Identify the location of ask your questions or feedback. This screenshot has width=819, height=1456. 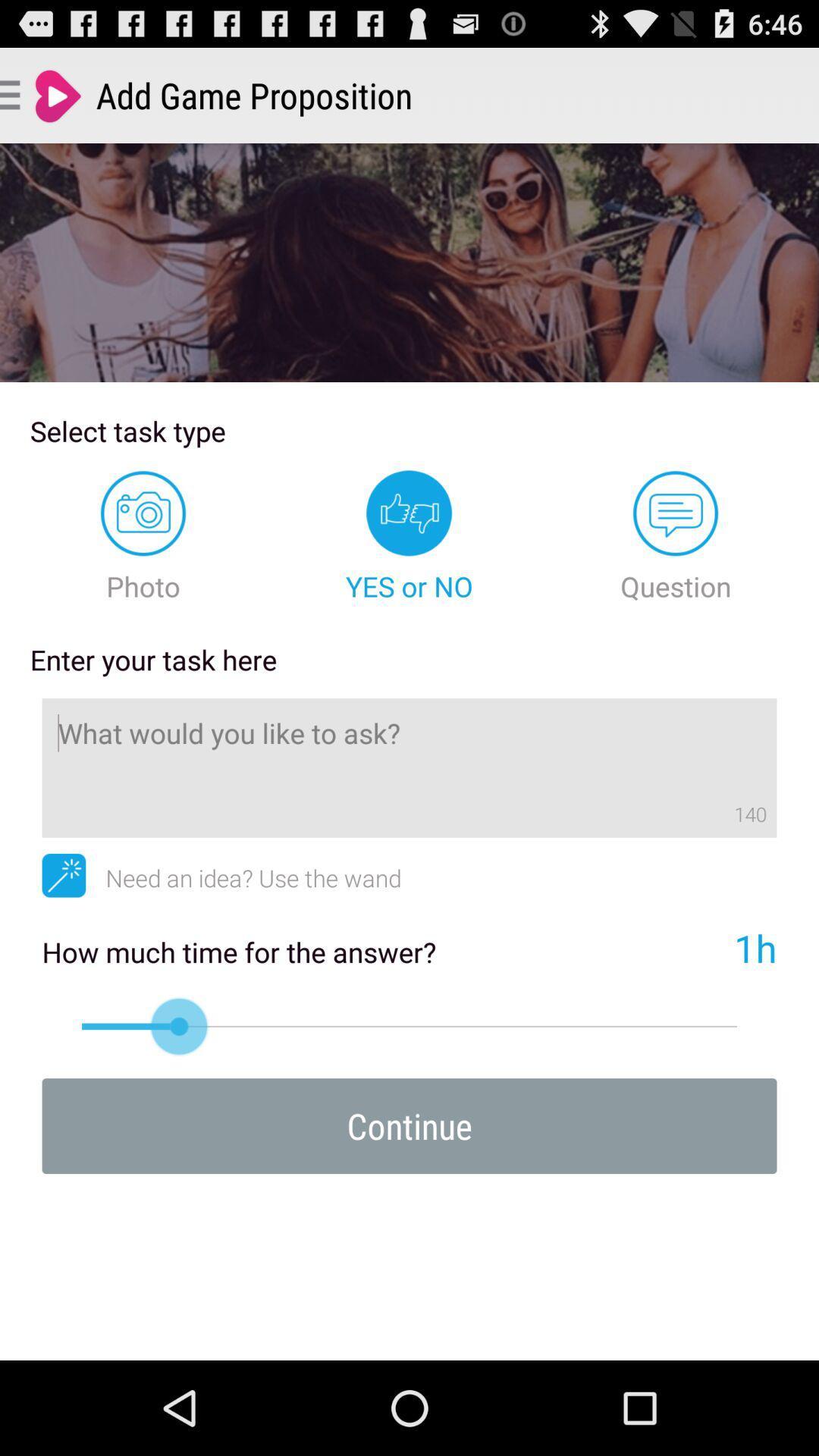
(409, 767).